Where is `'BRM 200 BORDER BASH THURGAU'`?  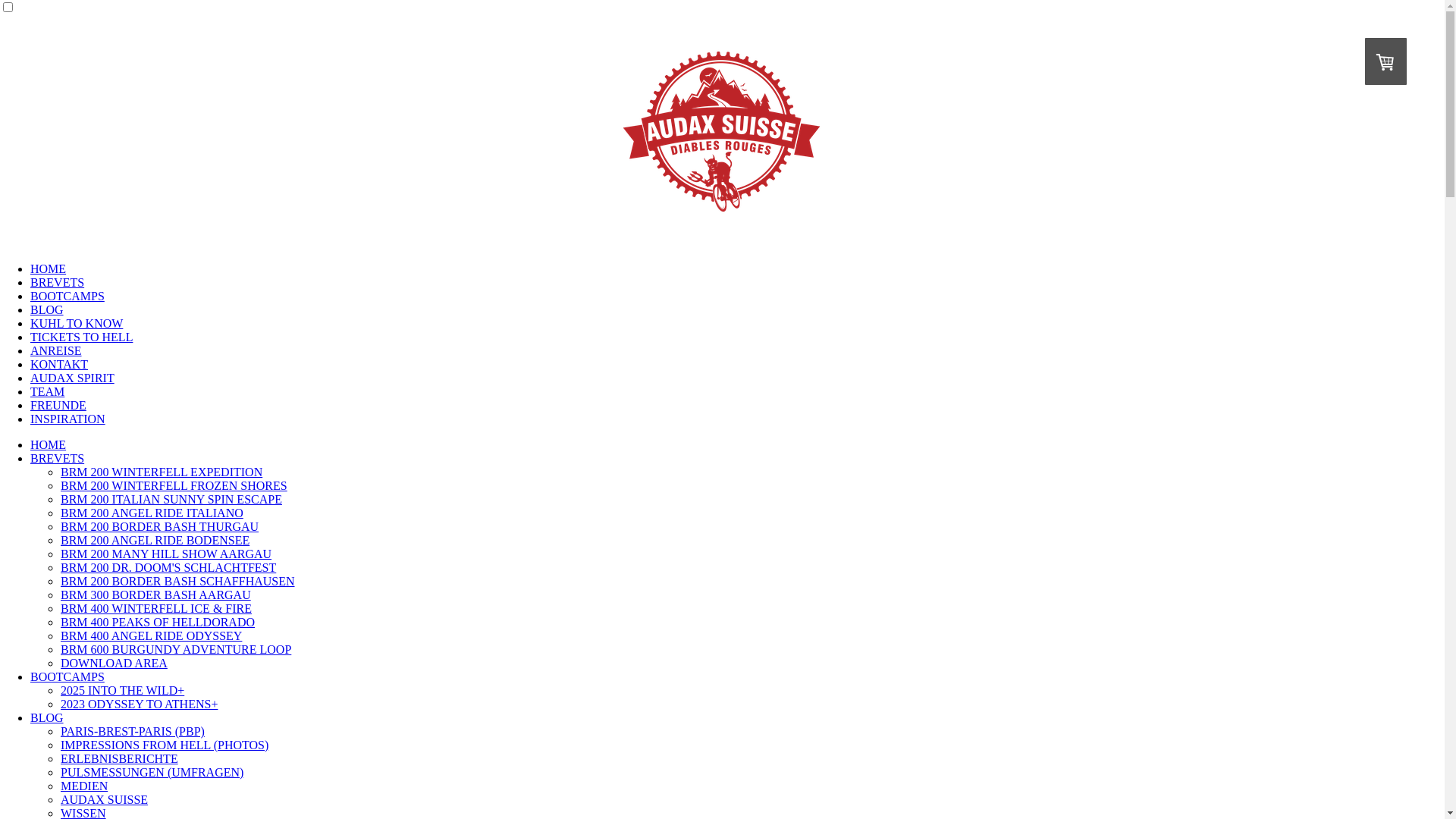 'BRM 200 BORDER BASH THURGAU' is located at coordinates (159, 526).